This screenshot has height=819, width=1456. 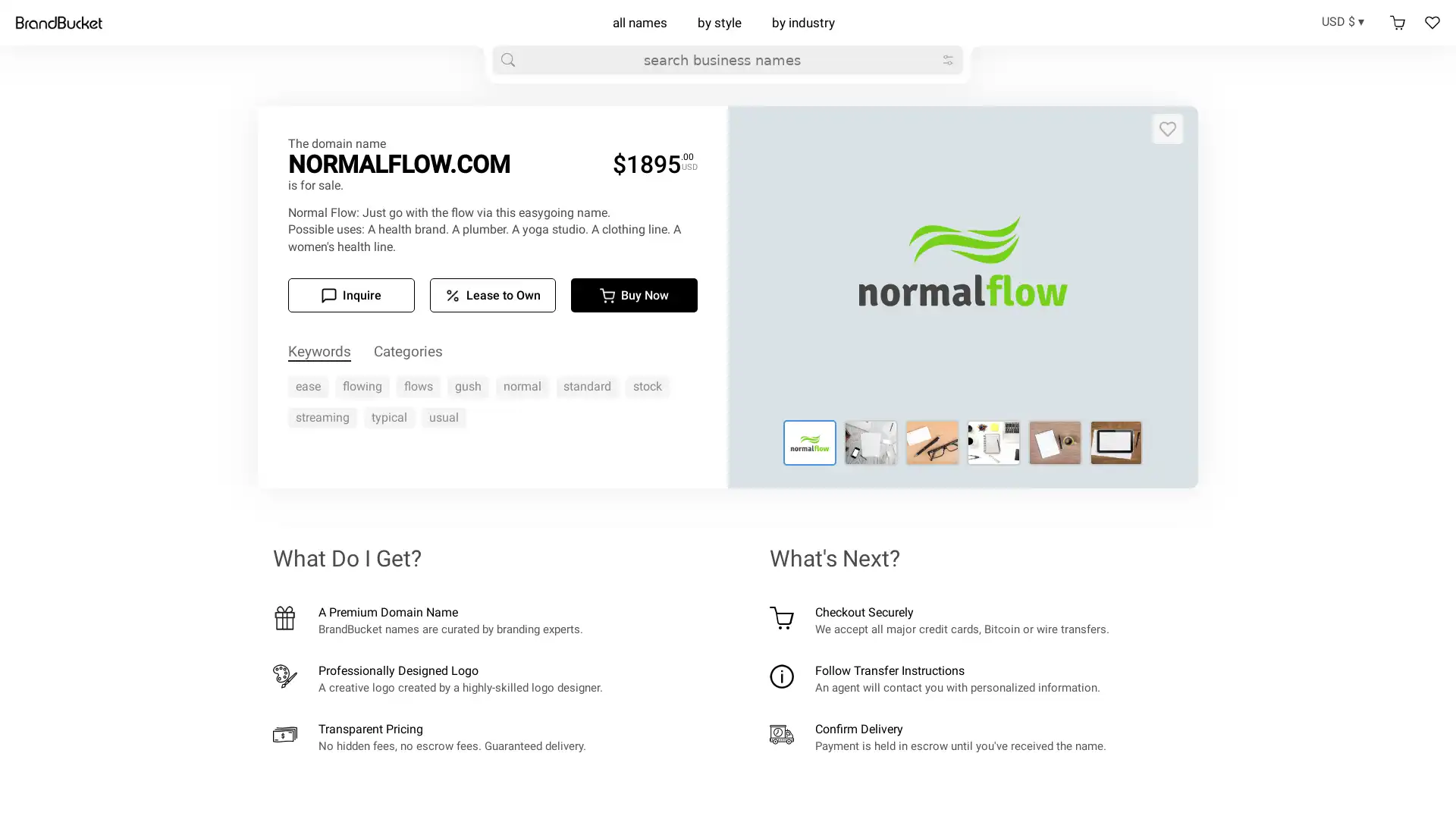 What do you see at coordinates (1348, 20) in the screenshot?
I see `USD $` at bounding box center [1348, 20].